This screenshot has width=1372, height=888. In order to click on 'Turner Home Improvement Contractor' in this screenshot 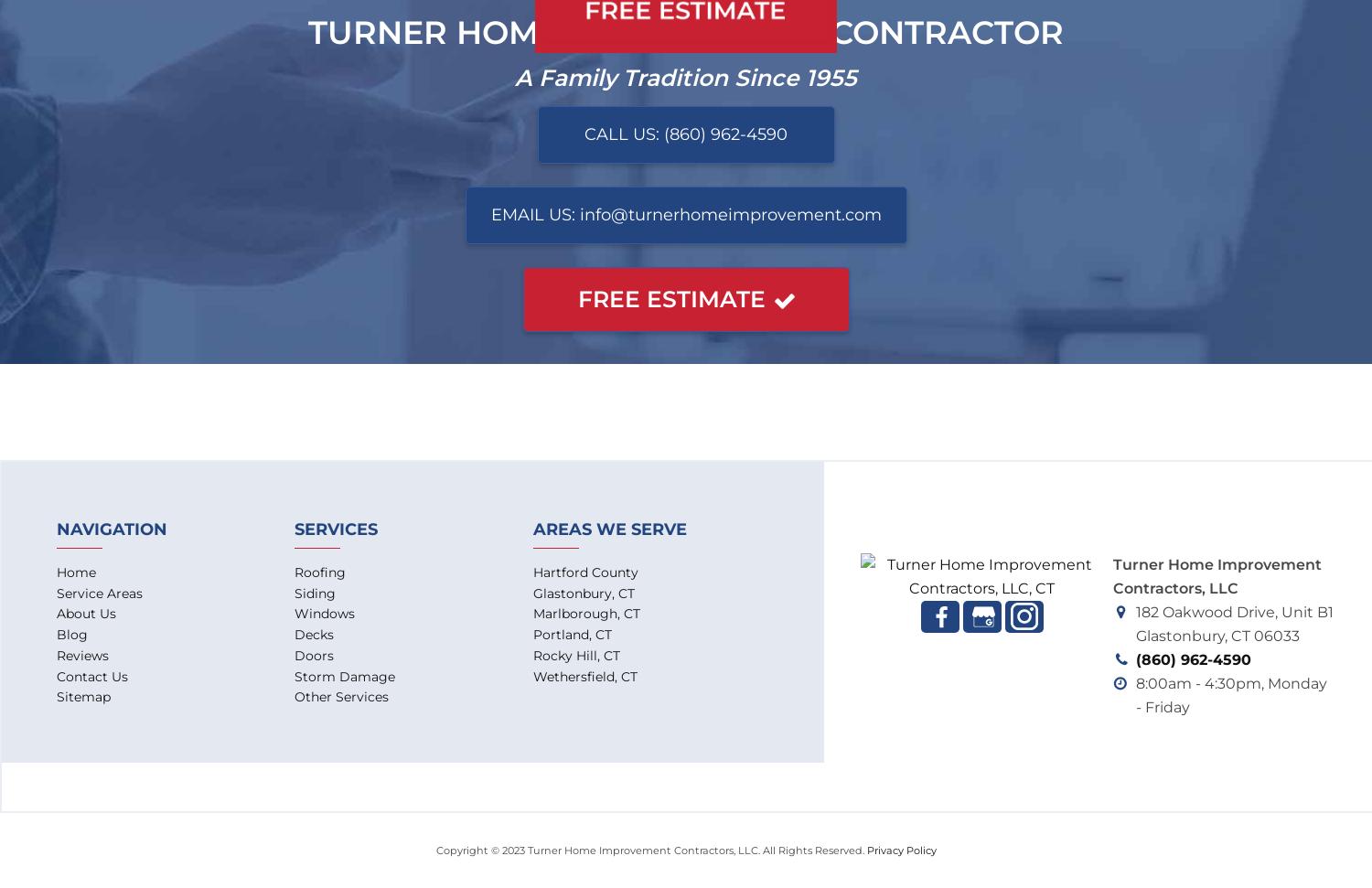, I will do `click(307, 32)`.